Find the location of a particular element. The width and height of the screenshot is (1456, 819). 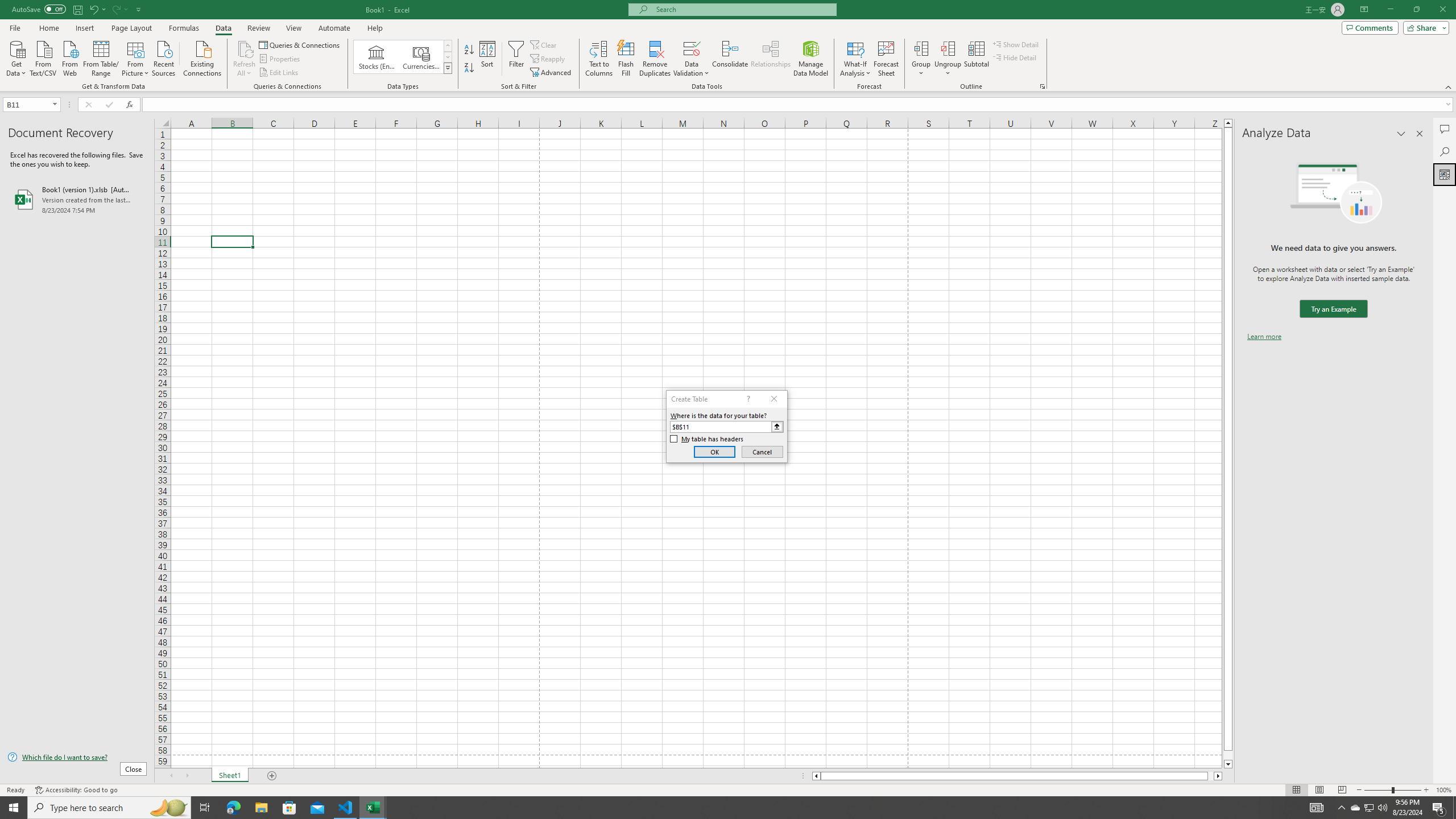

'Group...' is located at coordinates (921, 48).